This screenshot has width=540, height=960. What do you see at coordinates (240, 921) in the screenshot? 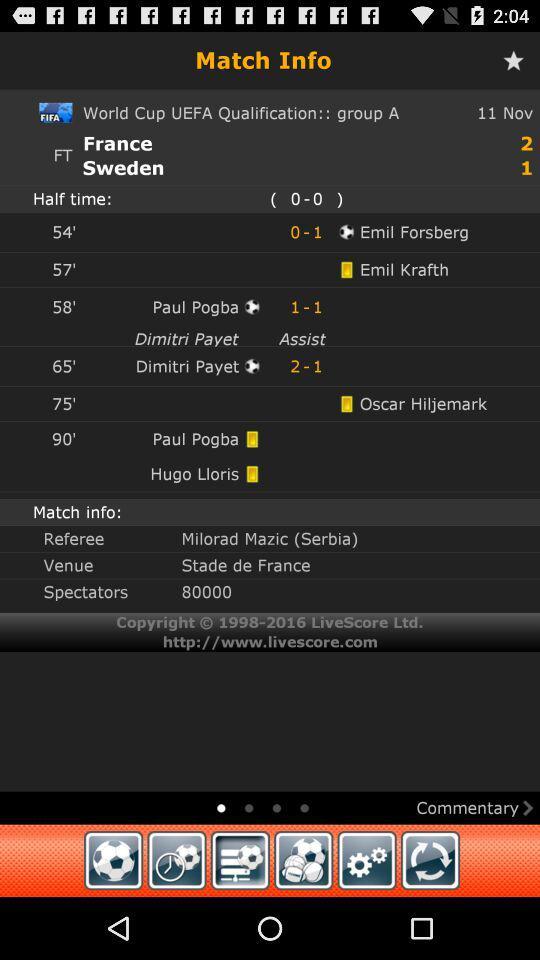
I see `the sliders icon` at bounding box center [240, 921].